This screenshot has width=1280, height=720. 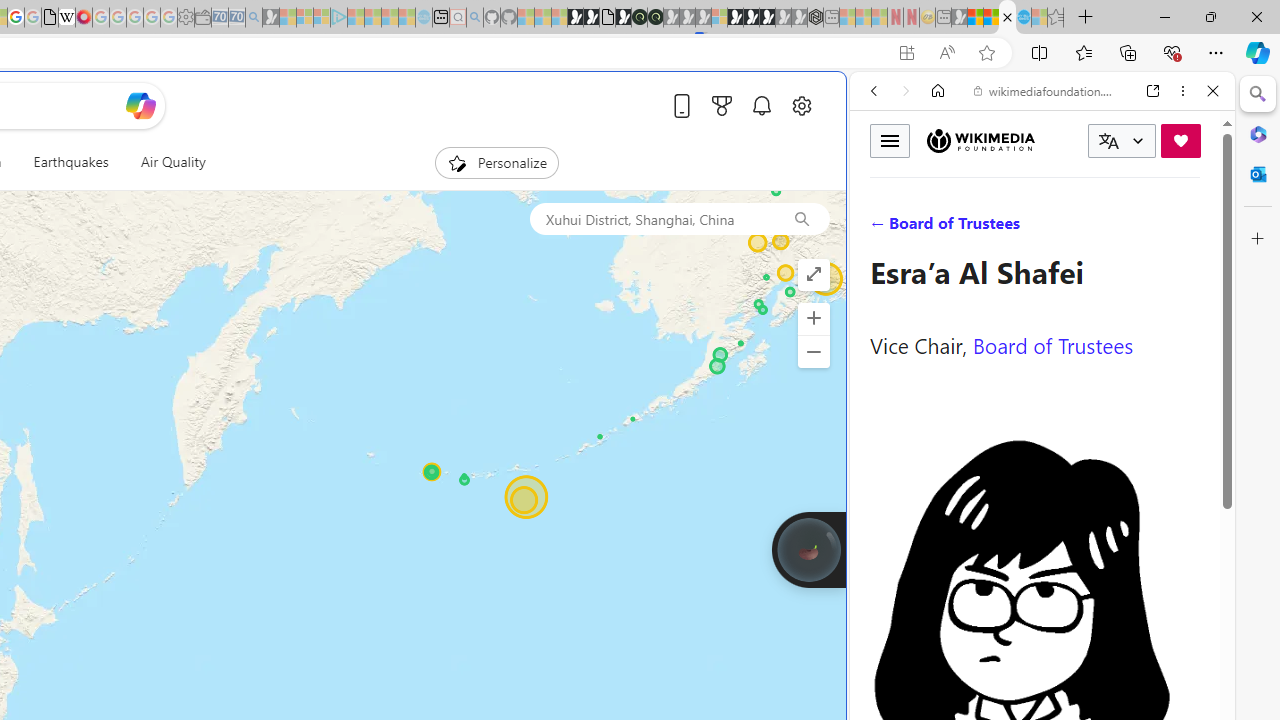 I want to click on 'SEARCH TOOLS', so click(x=1092, y=227).